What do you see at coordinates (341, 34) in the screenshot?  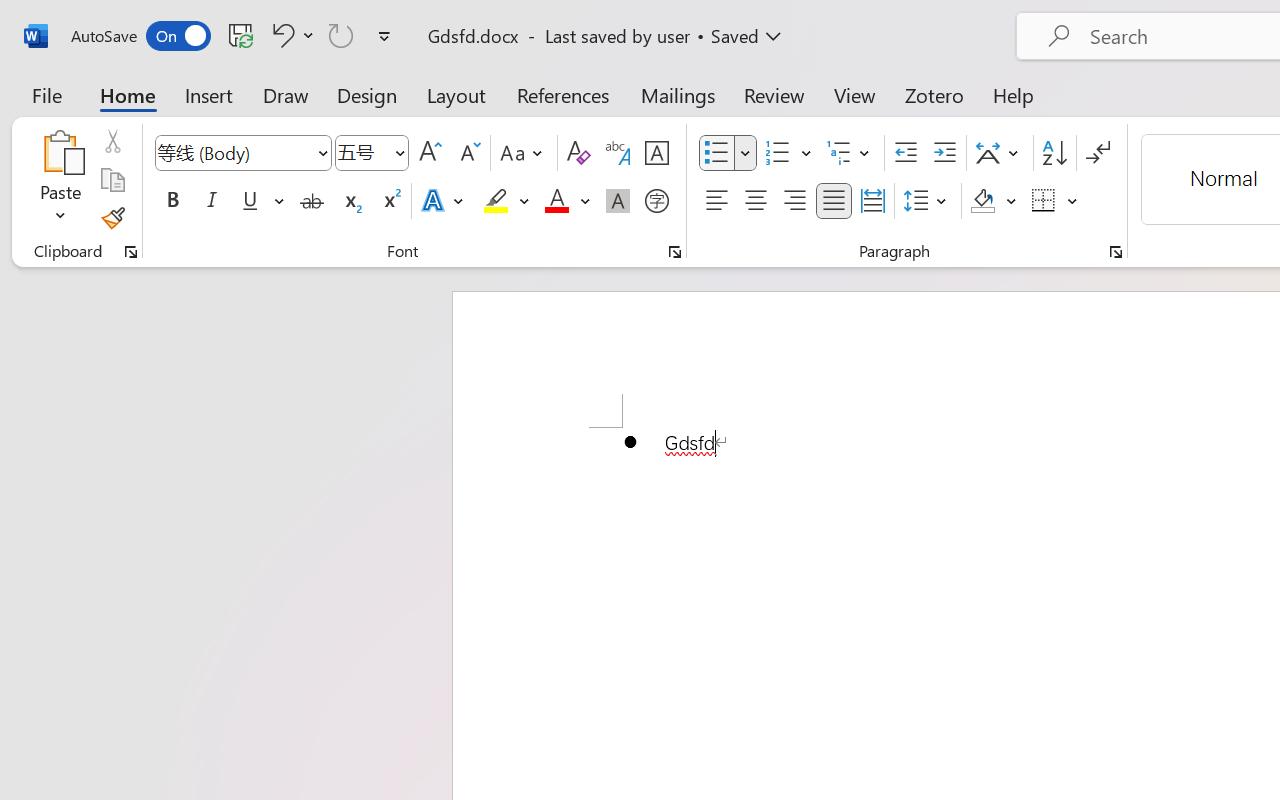 I see `'Can'` at bounding box center [341, 34].